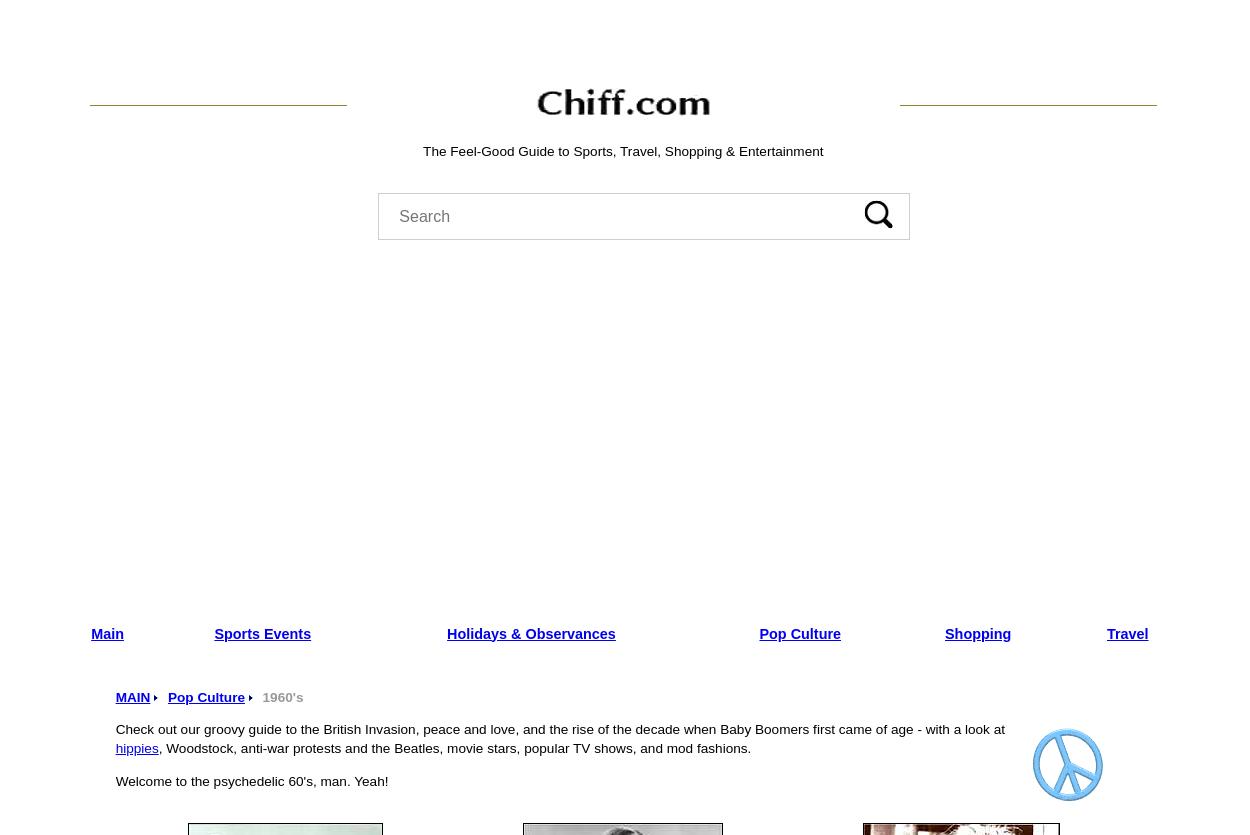 Image resolution: width=1250 pixels, height=835 pixels. Describe the element at coordinates (944, 632) in the screenshot. I see `'Shopping'` at that location.